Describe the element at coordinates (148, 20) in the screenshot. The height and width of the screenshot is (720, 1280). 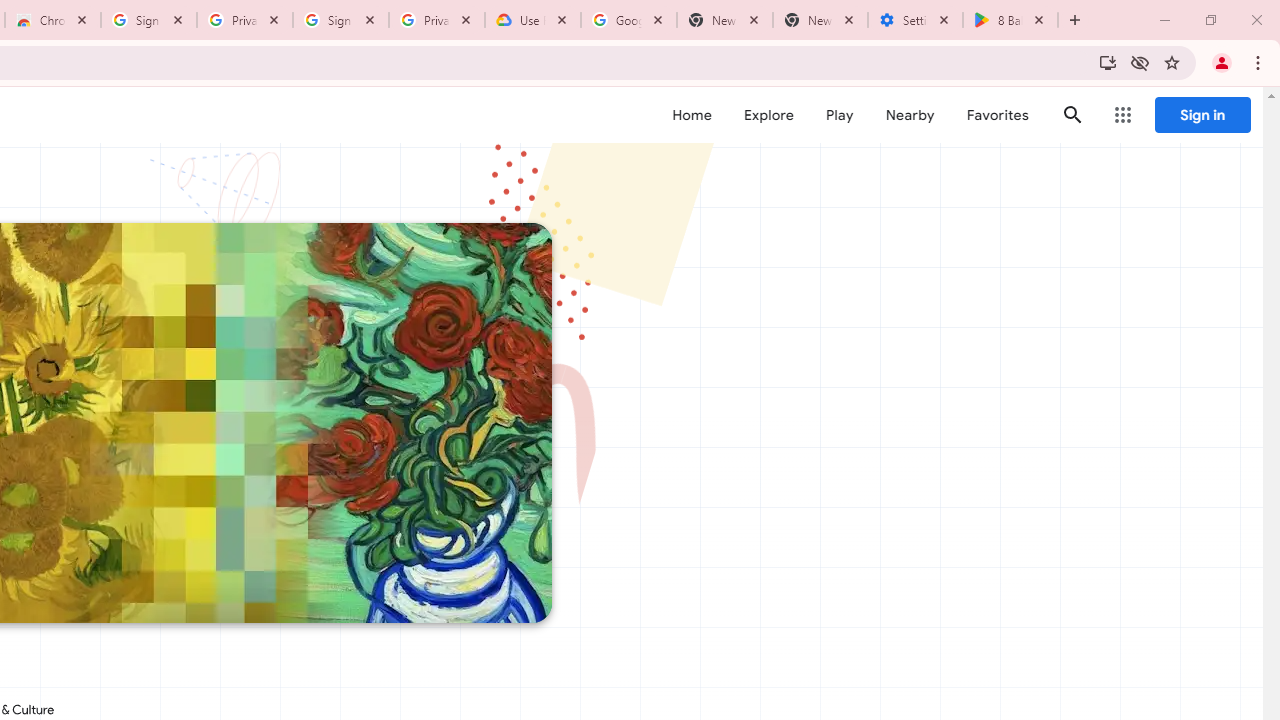
I see `'Sign in - Google Accounts'` at that location.